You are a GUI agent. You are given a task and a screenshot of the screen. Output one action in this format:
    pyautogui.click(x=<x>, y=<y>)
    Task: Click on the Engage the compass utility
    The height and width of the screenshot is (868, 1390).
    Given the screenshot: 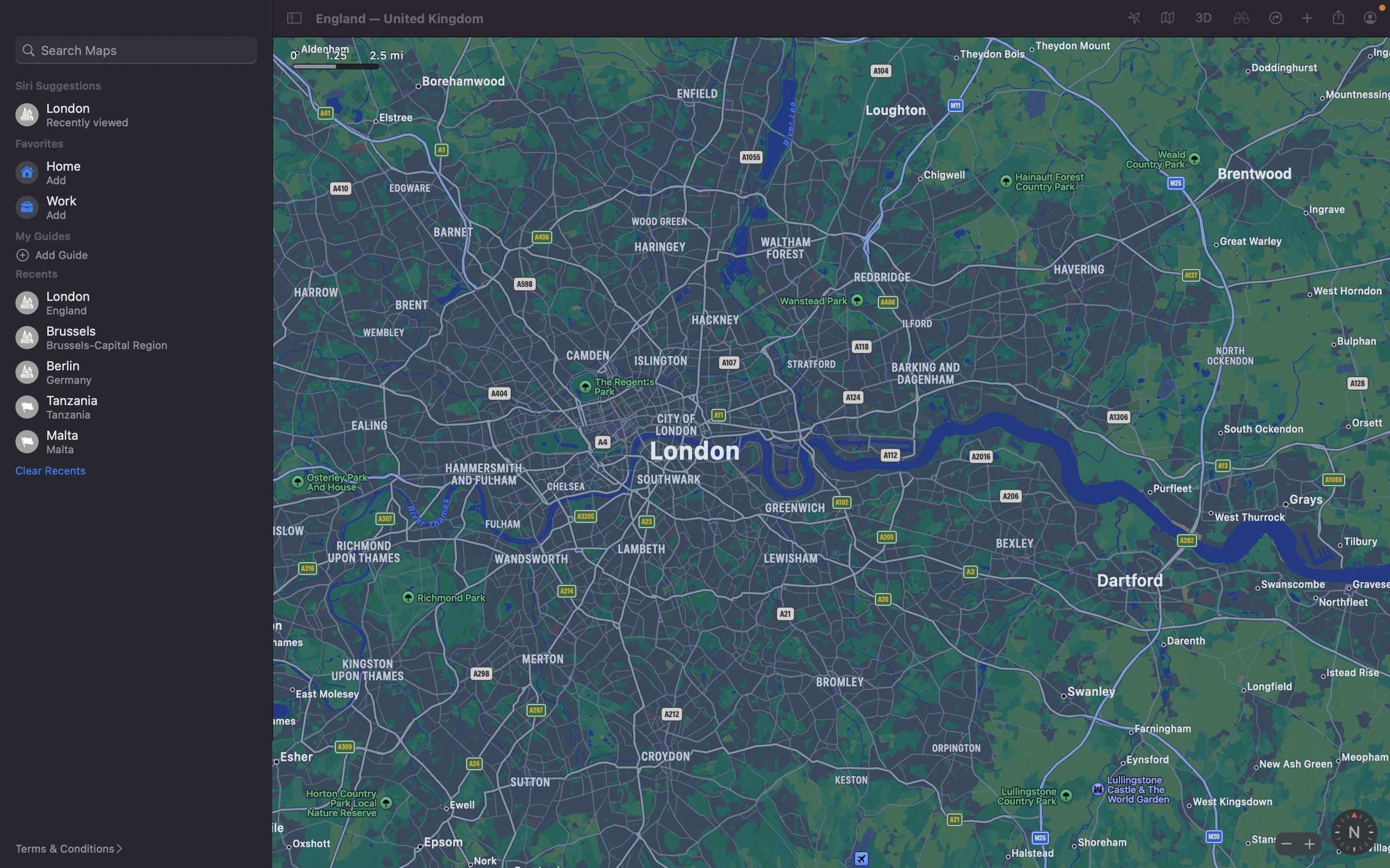 What is the action you would take?
    pyautogui.click(x=1353, y=832)
    